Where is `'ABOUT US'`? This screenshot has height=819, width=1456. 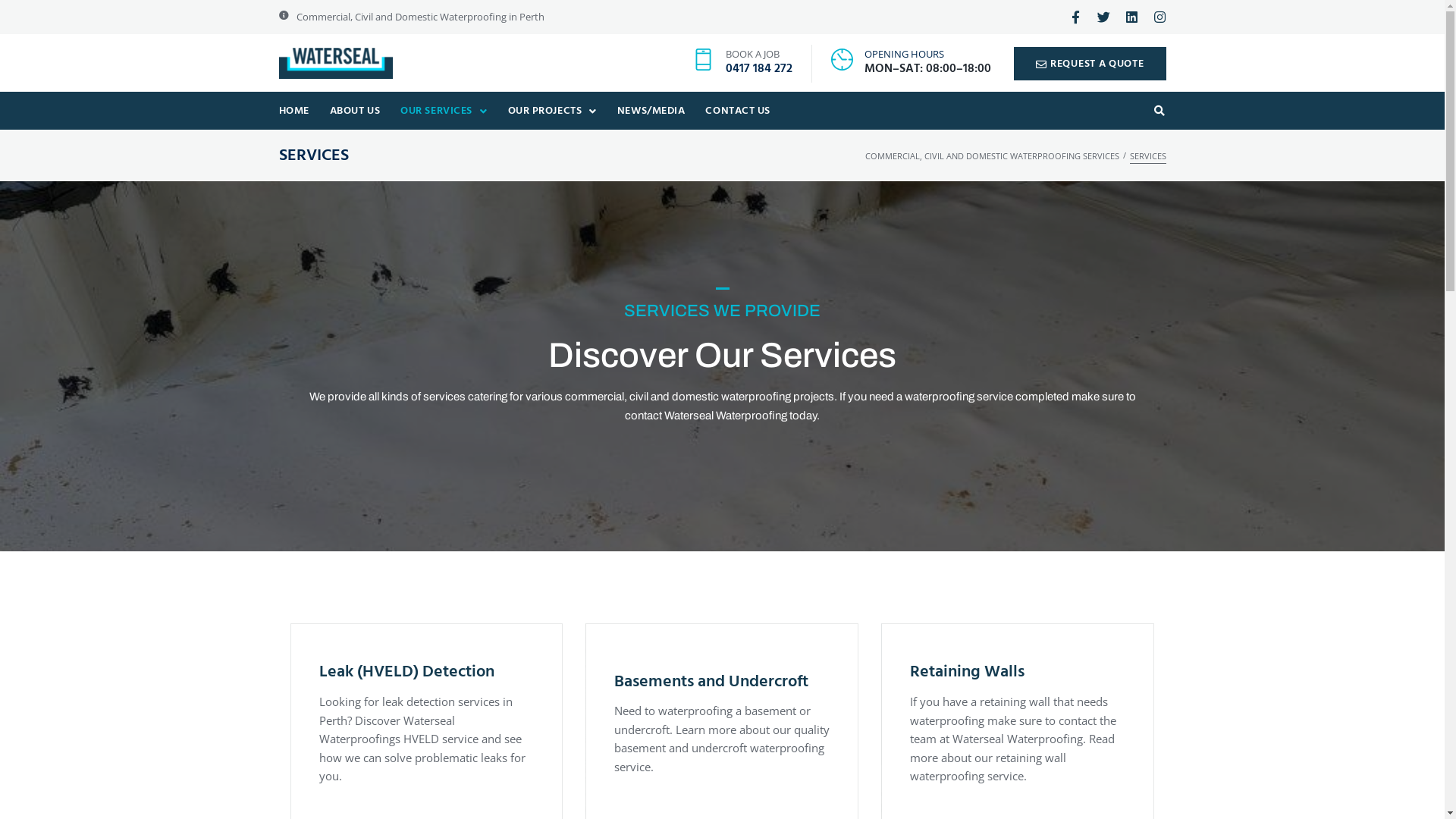
'ABOUT US' is located at coordinates (353, 110).